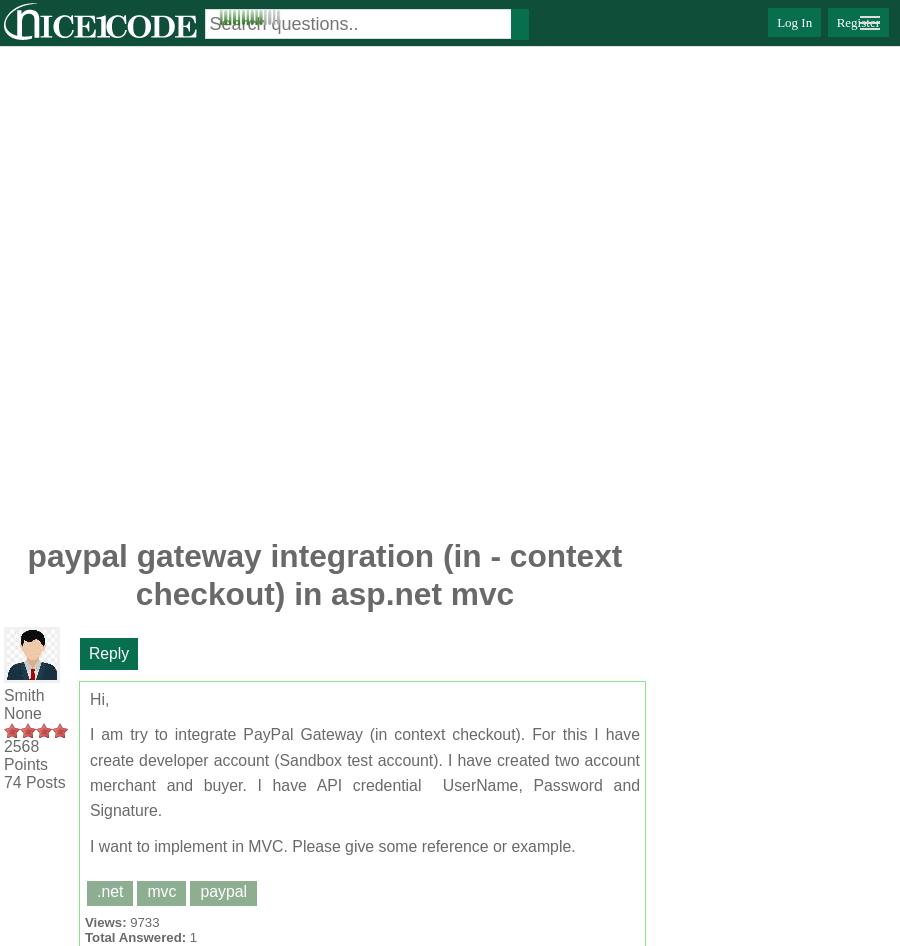 The height and width of the screenshot is (946, 900). Describe the element at coordinates (98, 699) in the screenshot. I see `'Hi,'` at that location.